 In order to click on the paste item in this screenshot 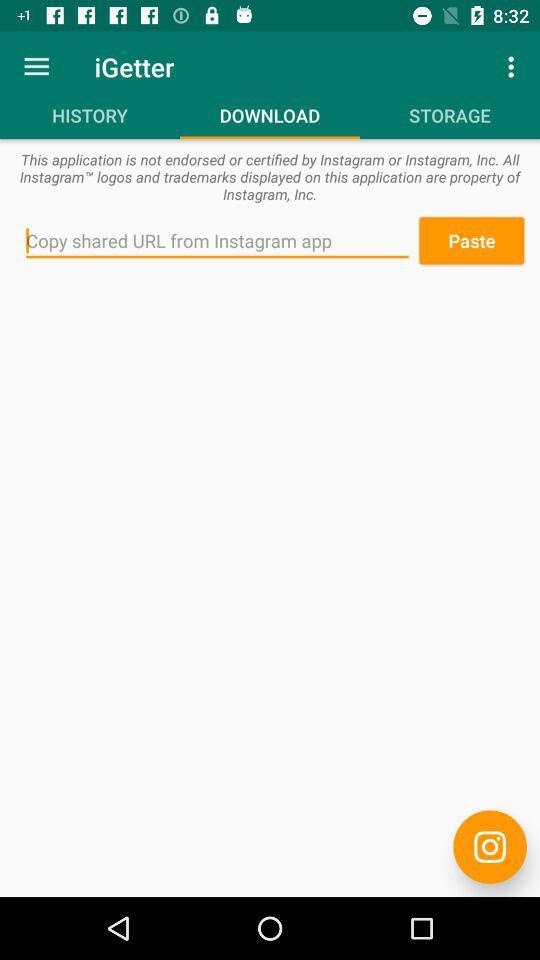, I will do `click(471, 240)`.